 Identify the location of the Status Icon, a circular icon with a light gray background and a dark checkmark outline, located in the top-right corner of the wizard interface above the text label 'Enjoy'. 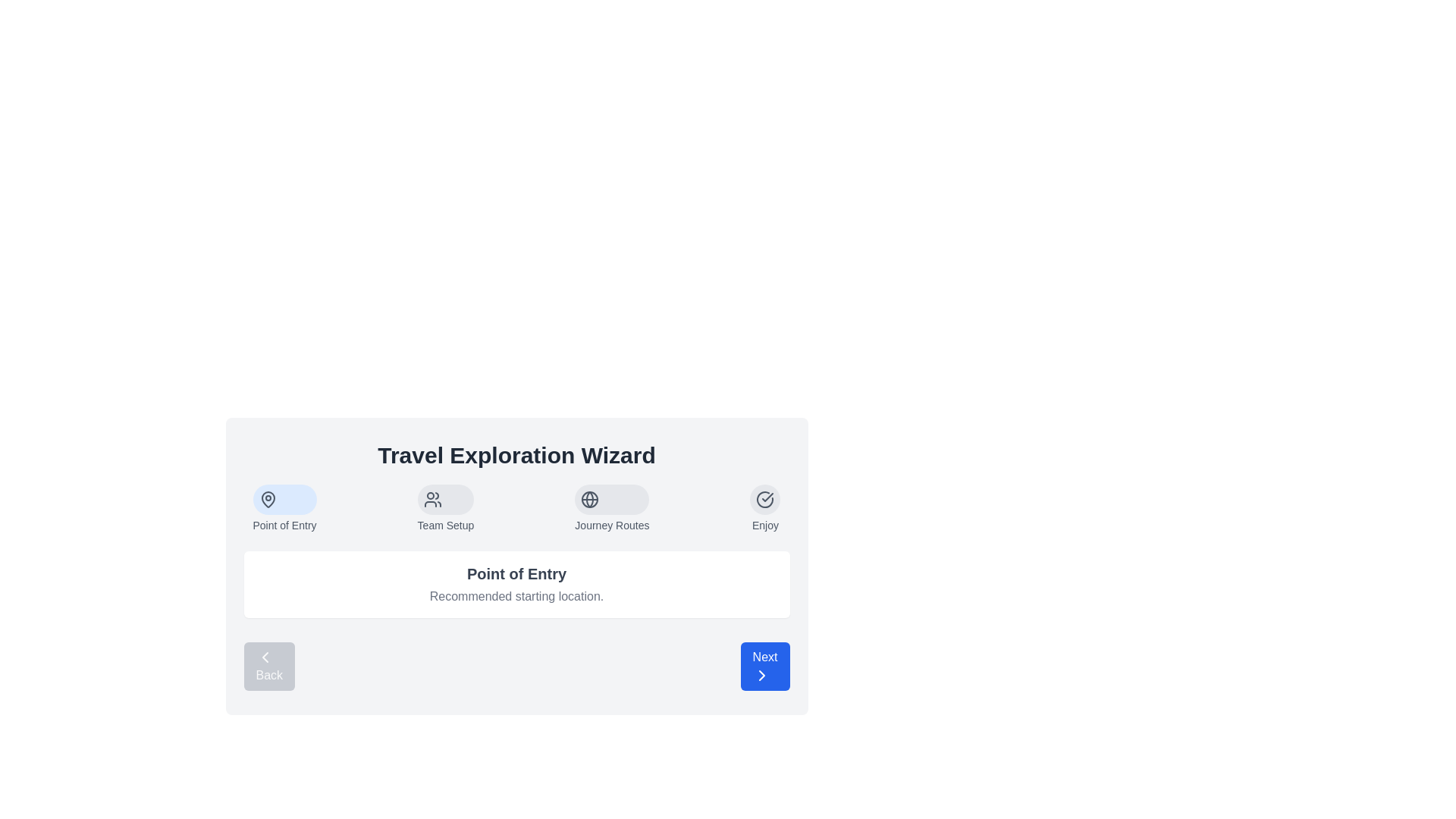
(765, 500).